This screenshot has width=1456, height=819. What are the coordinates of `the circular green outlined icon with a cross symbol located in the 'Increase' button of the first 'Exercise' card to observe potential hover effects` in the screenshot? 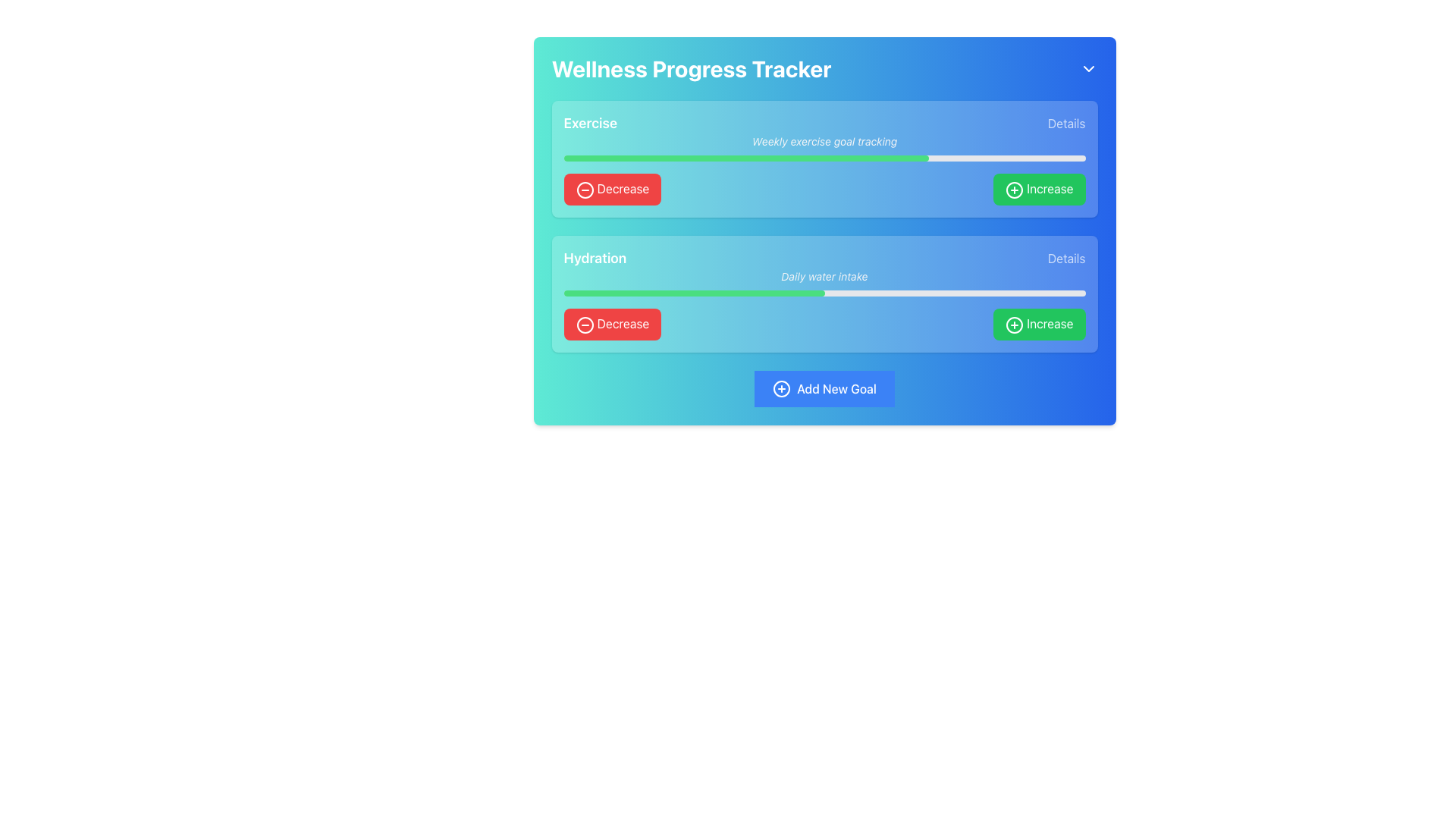 It's located at (1014, 189).